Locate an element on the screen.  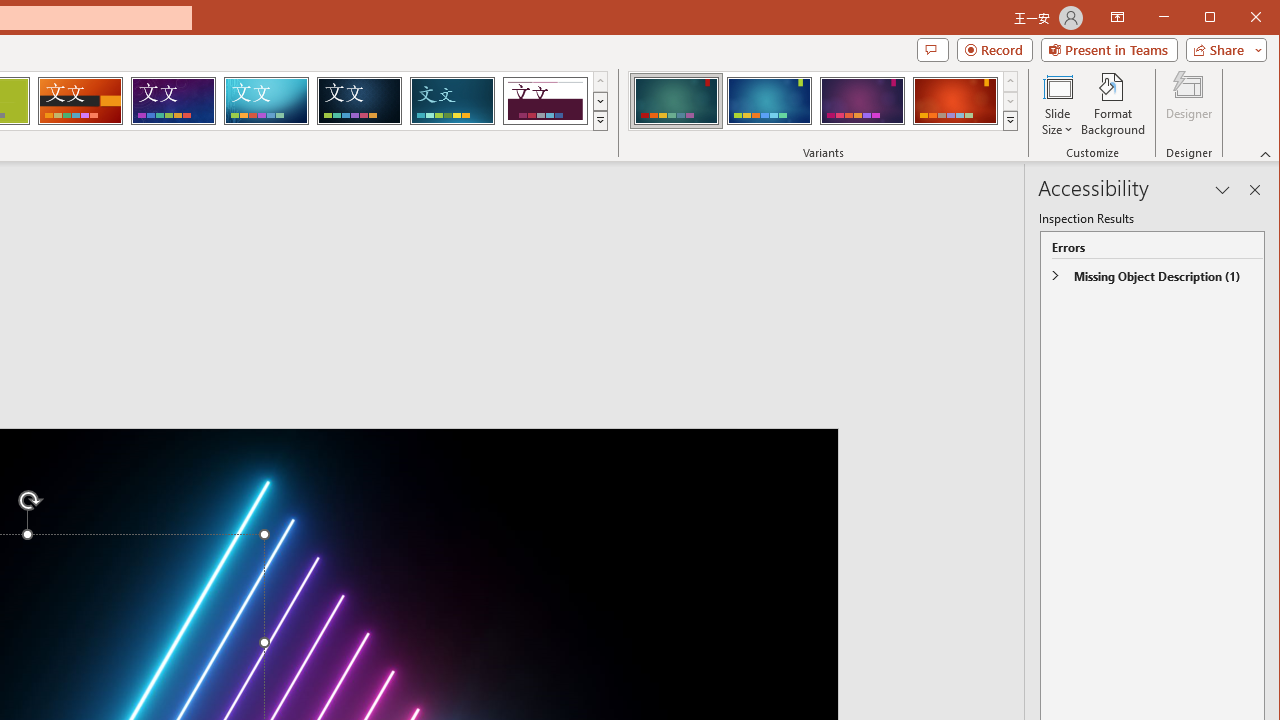
'Collapse the Ribbon' is located at coordinates (1265, 153).